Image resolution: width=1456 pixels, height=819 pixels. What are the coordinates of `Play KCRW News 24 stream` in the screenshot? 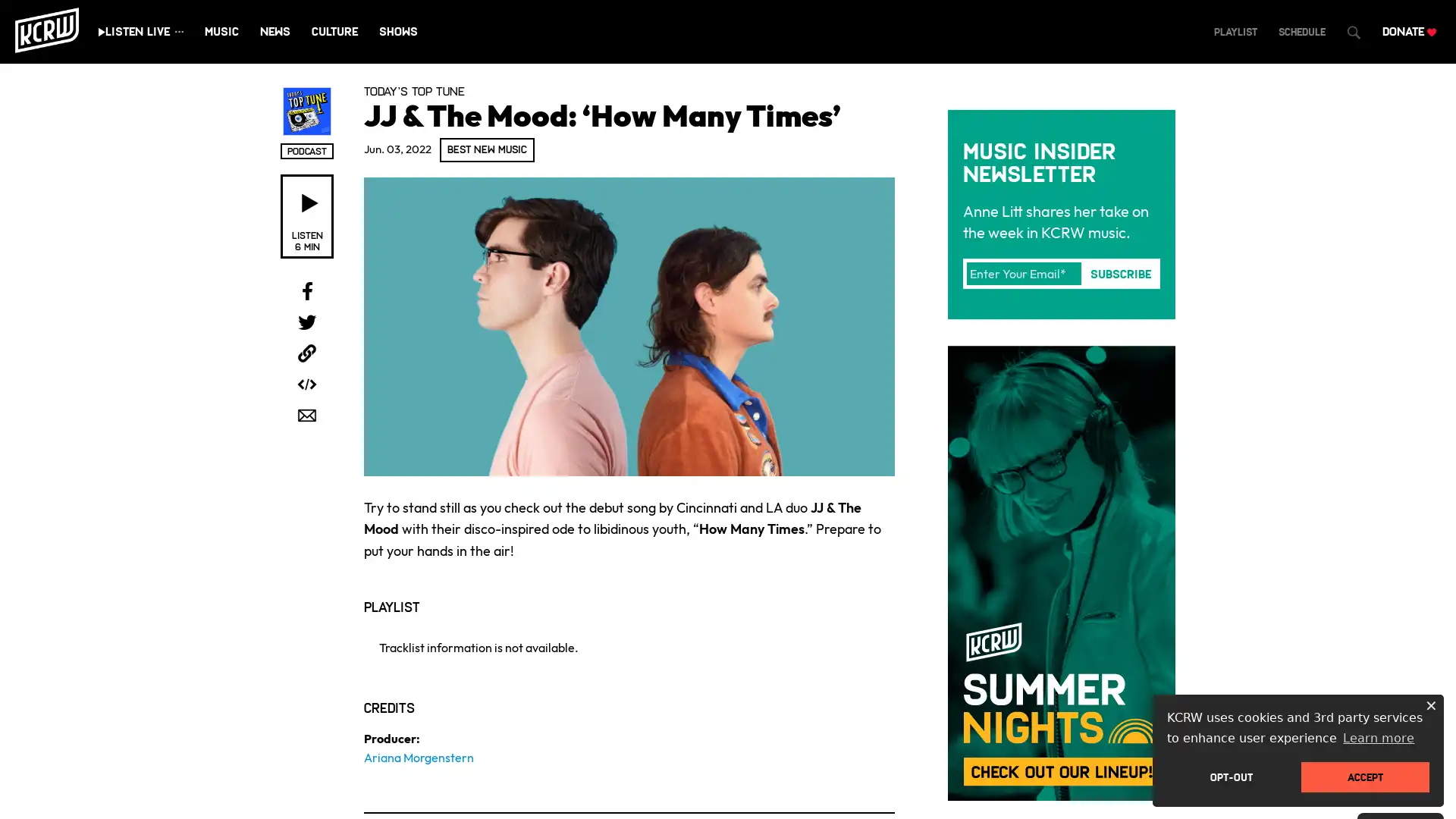 It's located at (333, 32).